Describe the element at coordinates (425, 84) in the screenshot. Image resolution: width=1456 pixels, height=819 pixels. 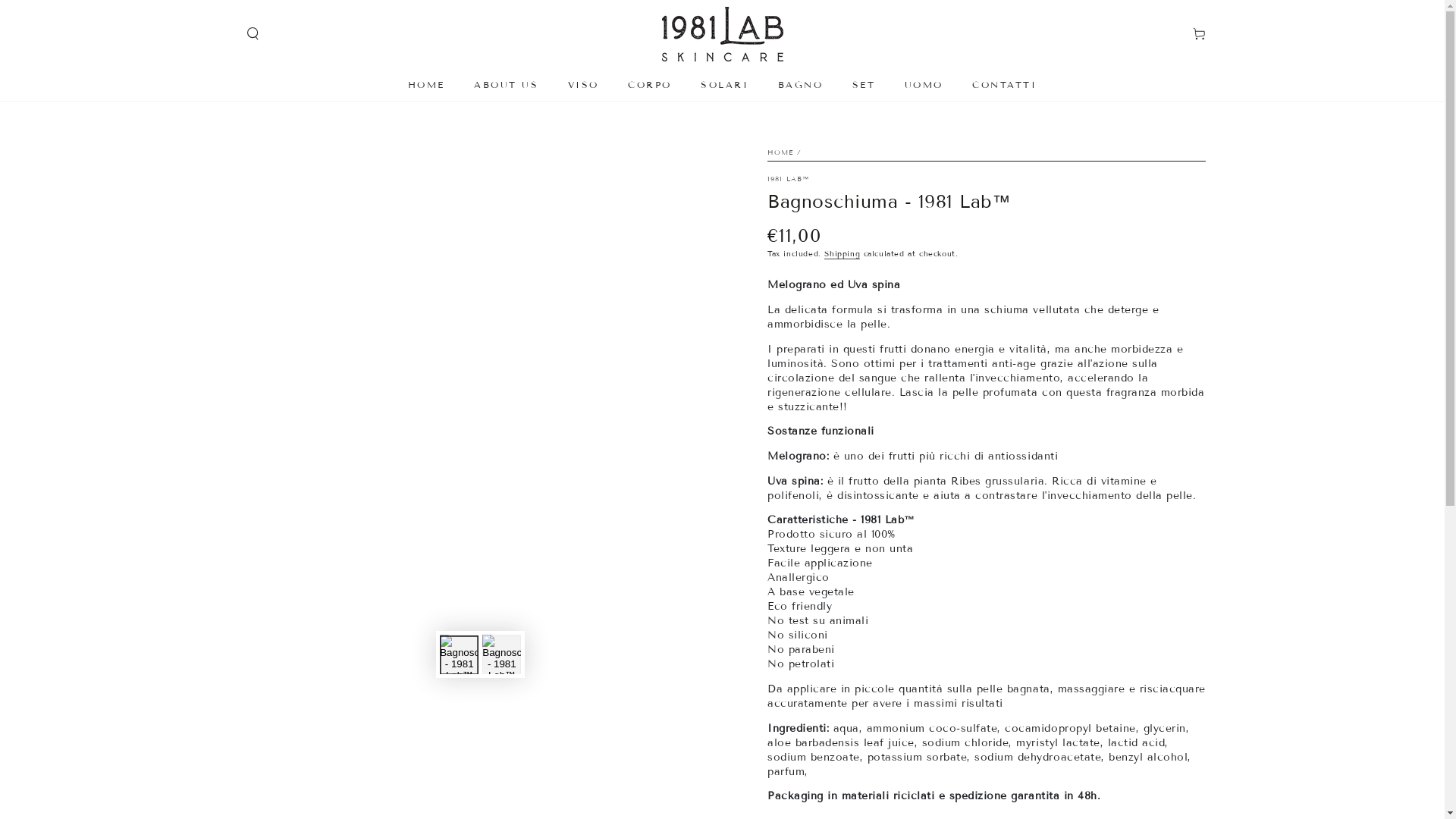
I see `'HOME'` at that location.